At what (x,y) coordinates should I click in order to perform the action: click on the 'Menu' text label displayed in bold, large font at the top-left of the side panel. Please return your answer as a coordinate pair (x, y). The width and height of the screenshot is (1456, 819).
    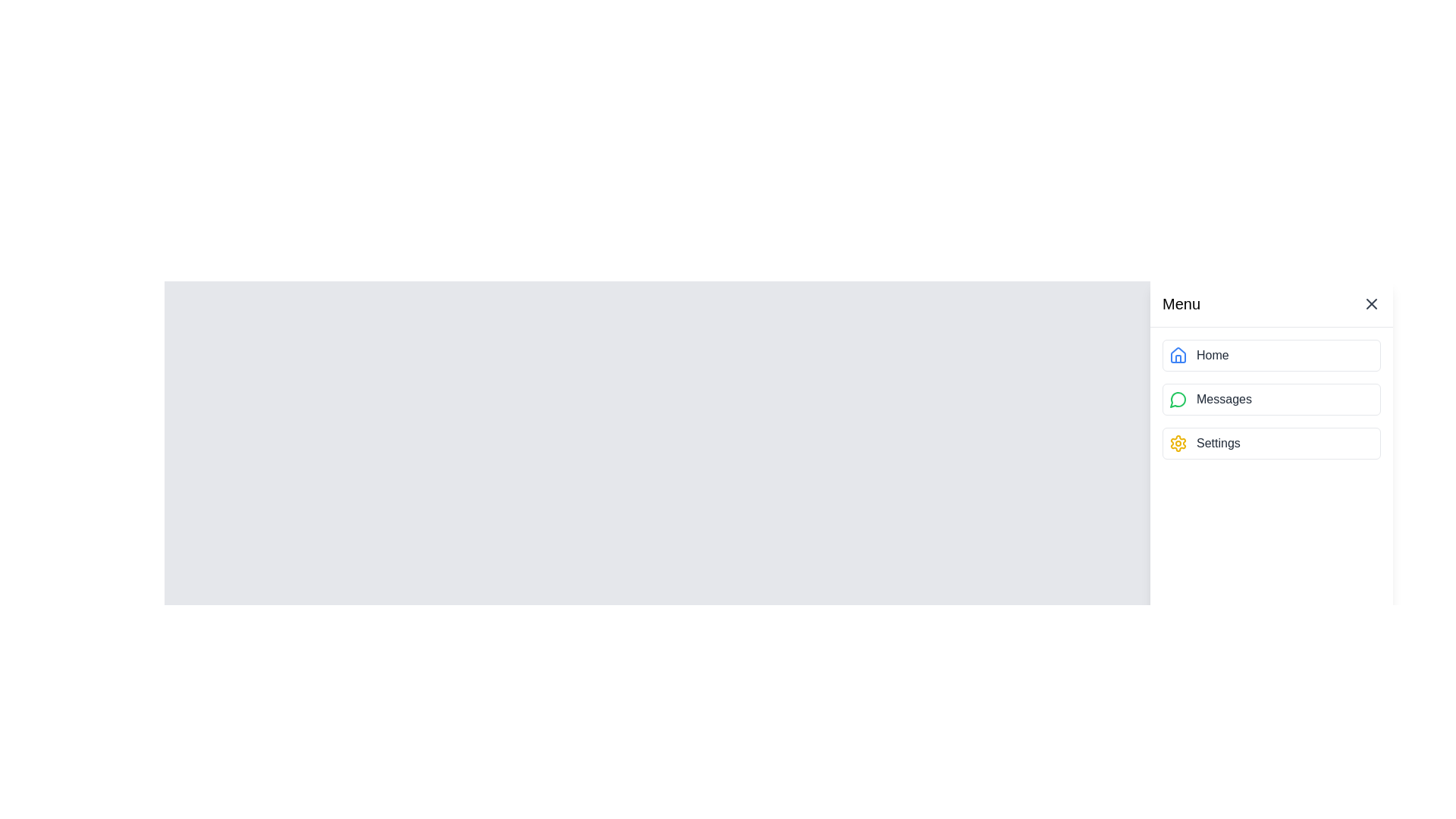
    Looking at the image, I should click on (1181, 304).